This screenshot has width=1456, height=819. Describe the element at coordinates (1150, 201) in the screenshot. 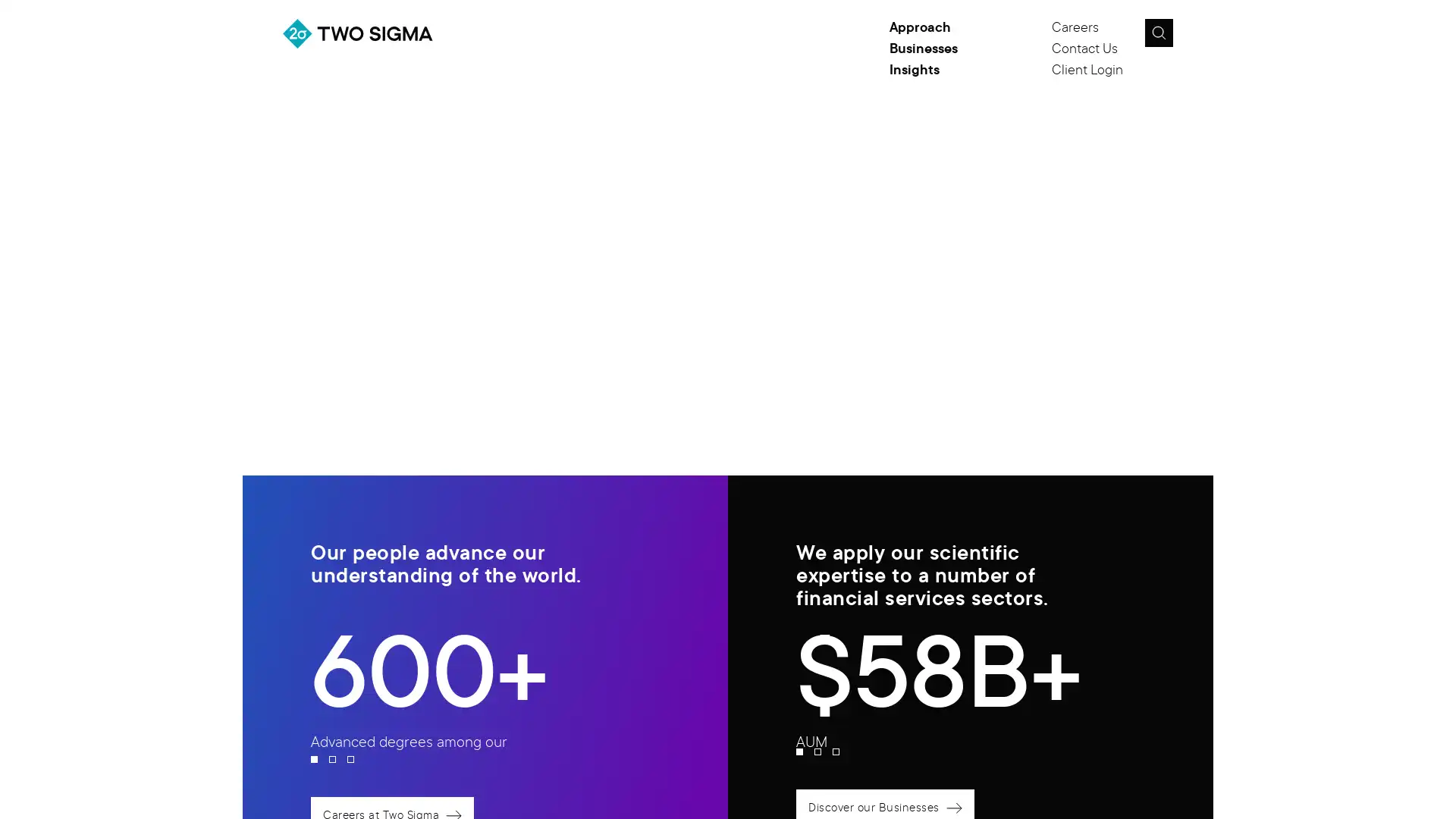

I see `Pause` at that location.